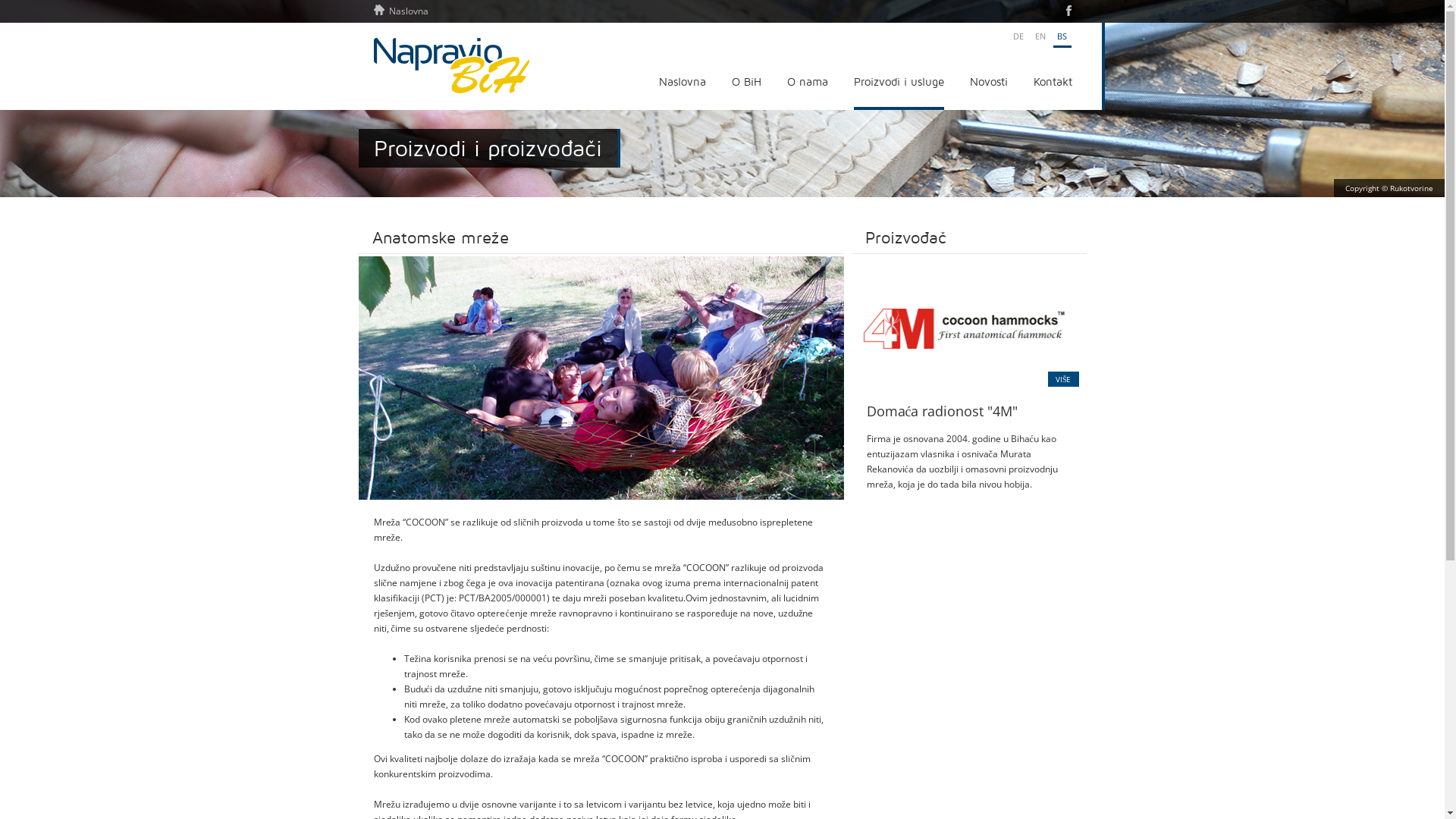  Describe the element at coordinates (987, 84) in the screenshot. I see `'Novosti'` at that location.